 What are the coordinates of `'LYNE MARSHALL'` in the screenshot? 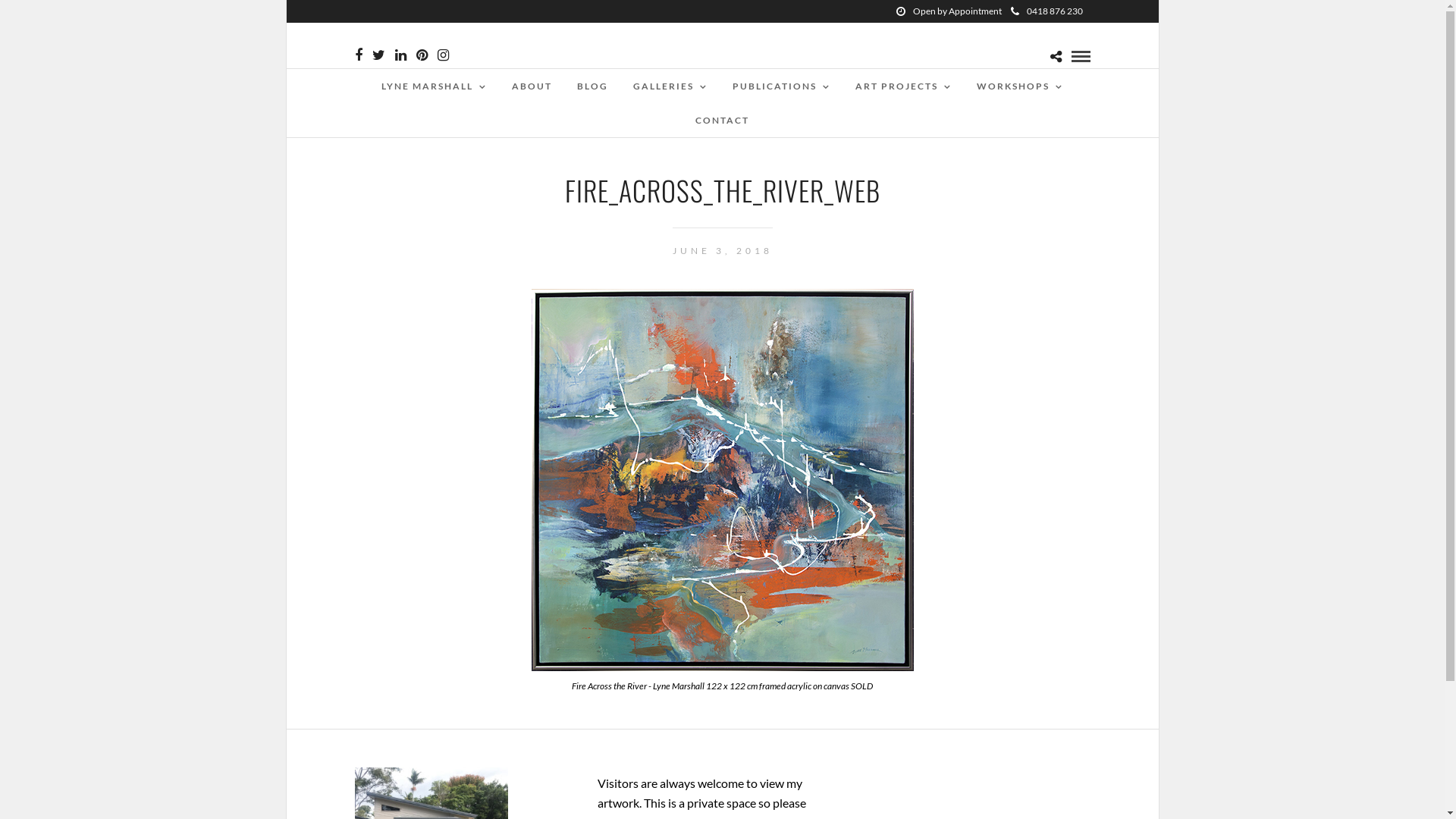 It's located at (433, 86).